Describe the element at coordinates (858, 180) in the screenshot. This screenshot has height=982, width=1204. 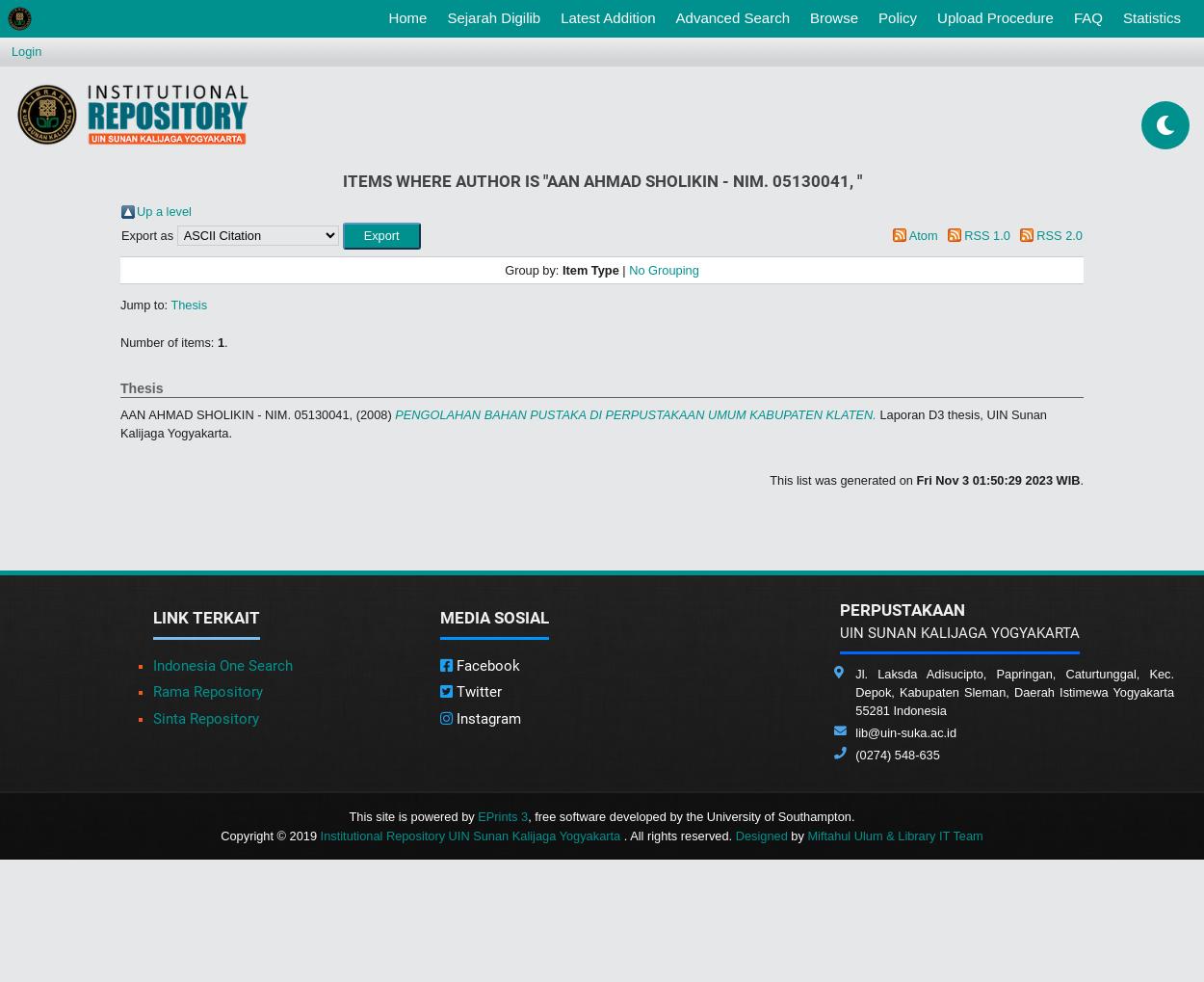
I see `'"'` at that location.